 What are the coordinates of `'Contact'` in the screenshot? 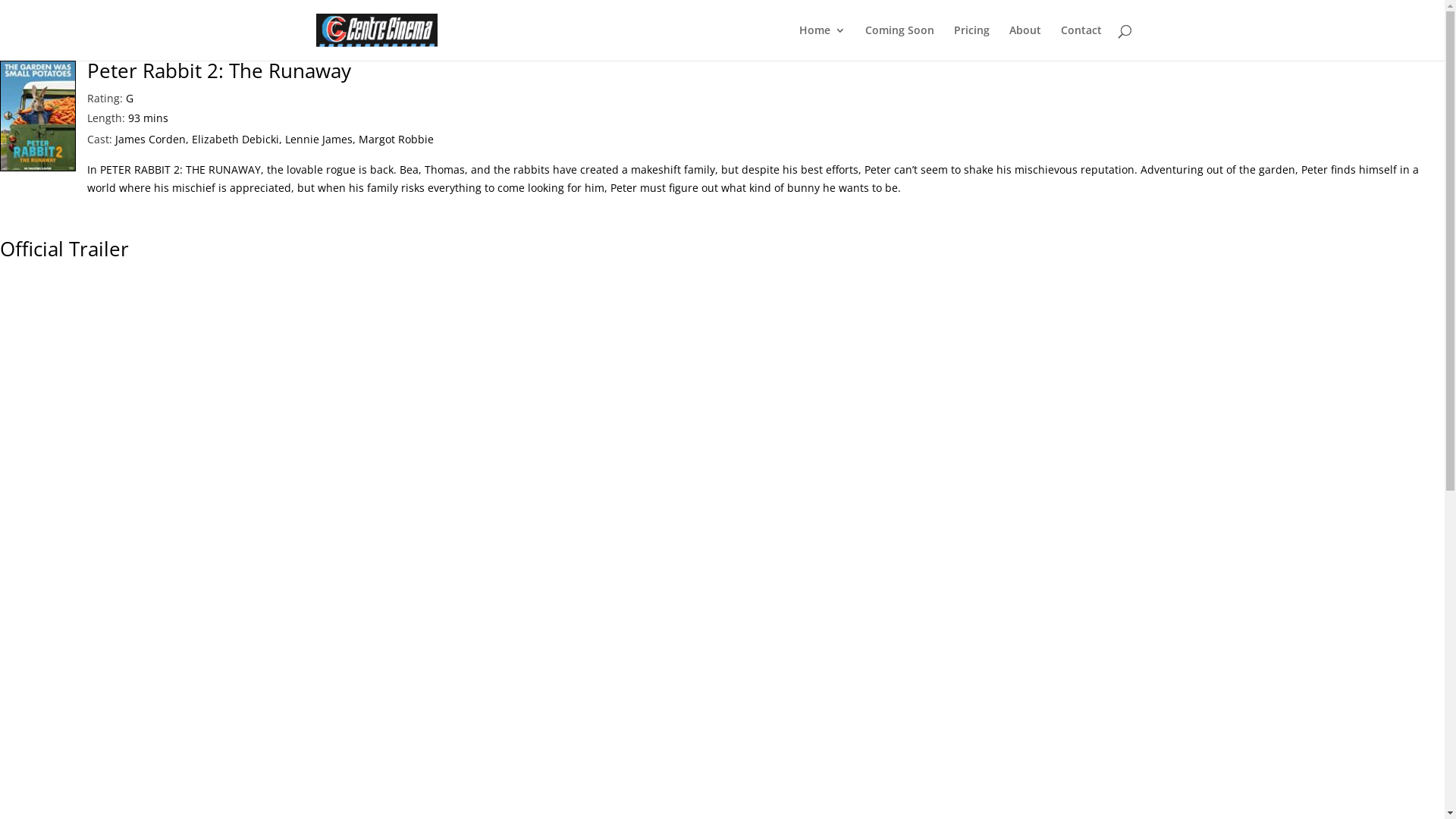 It's located at (1080, 42).